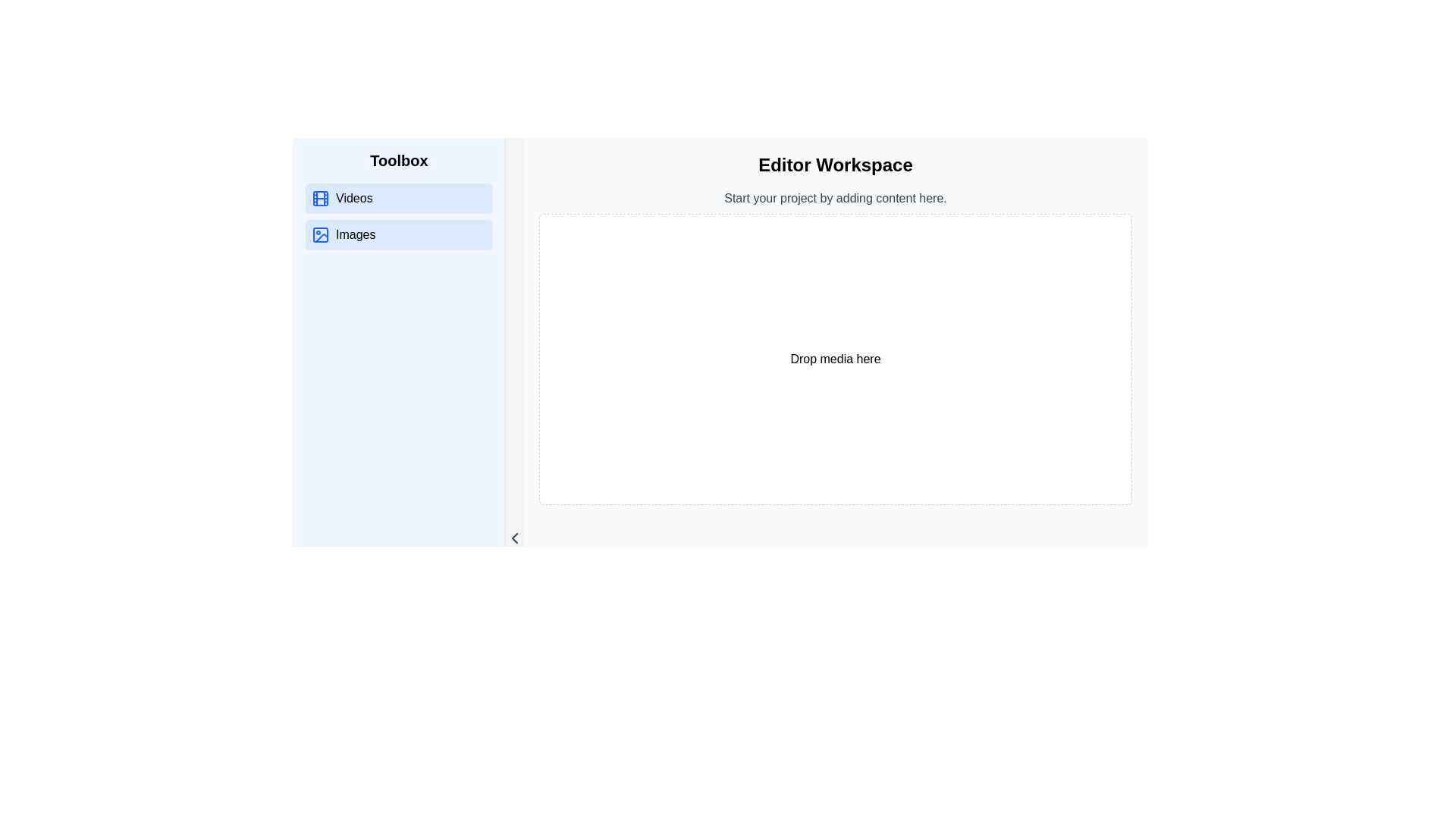  What do you see at coordinates (514, 537) in the screenshot?
I see `the SVG Icon - Navigation Chevron located at the bottom of the left panel to observe the visual change` at bounding box center [514, 537].